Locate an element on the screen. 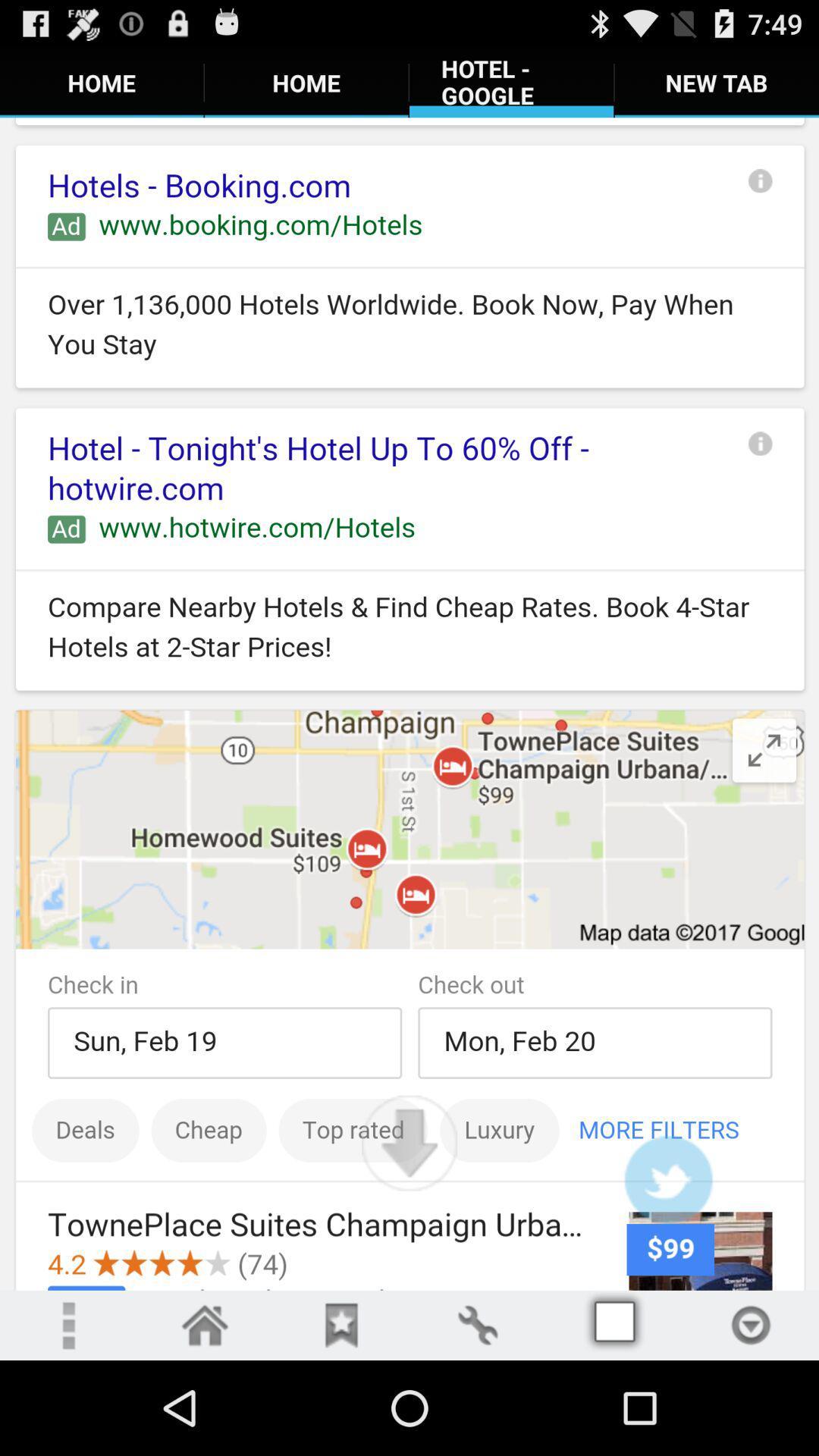 The height and width of the screenshot is (1456, 819). home page is located at coordinates (205, 1324).